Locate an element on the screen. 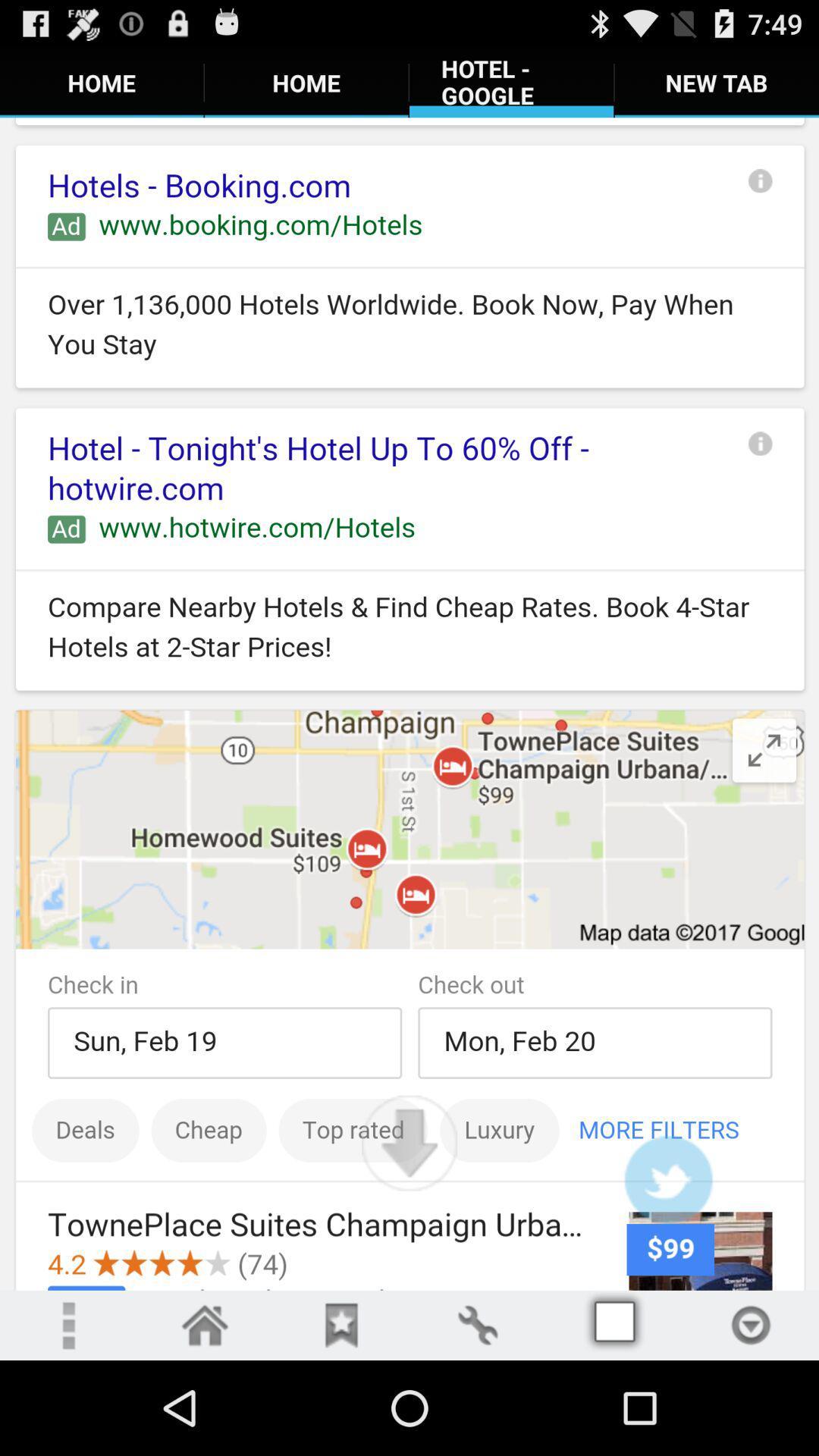 The height and width of the screenshot is (1456, 819). home page is located at coordinates (205, 1324).